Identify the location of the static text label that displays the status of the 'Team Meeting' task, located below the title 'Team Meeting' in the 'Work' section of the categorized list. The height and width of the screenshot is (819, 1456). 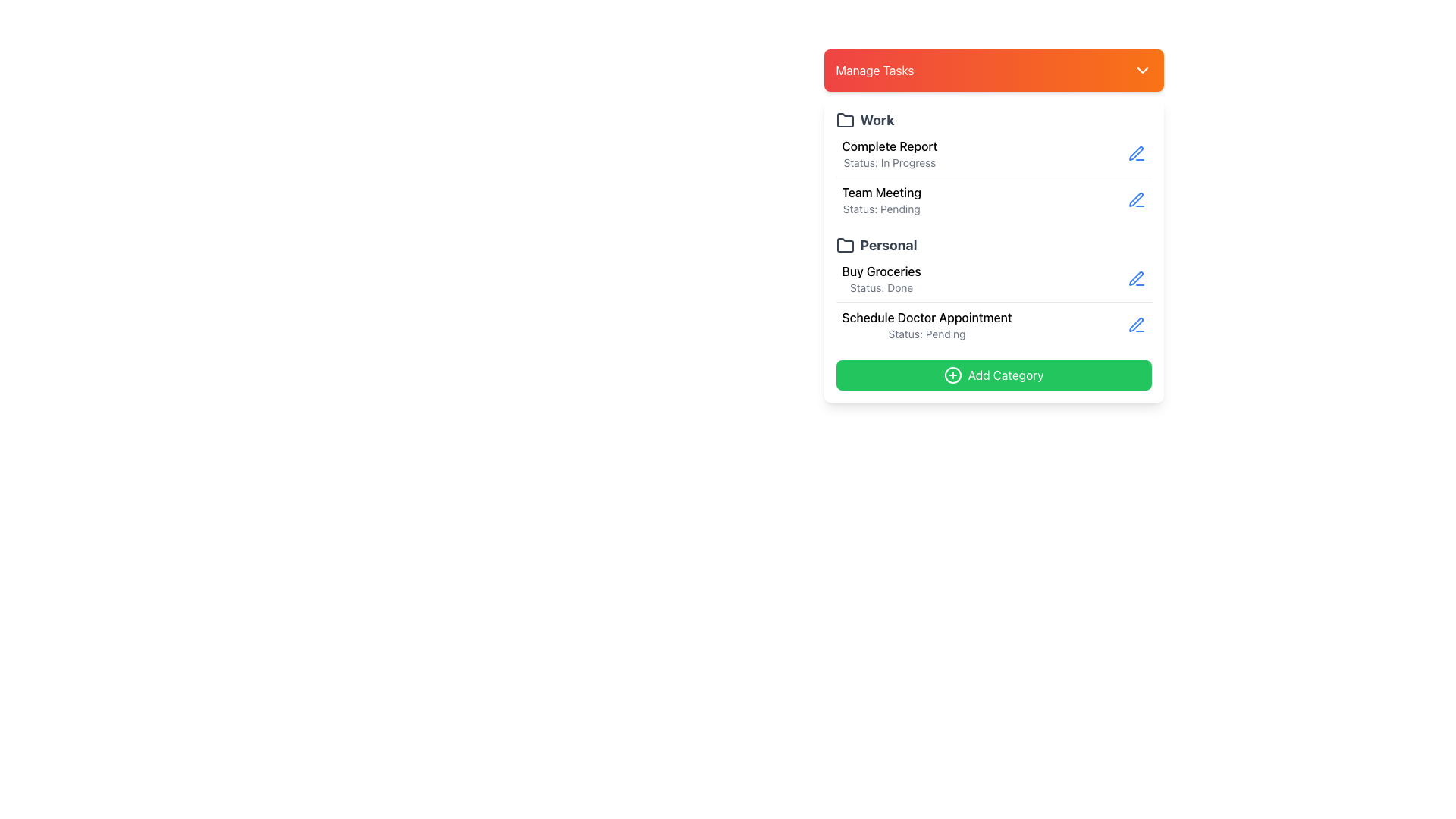
(881, 209).